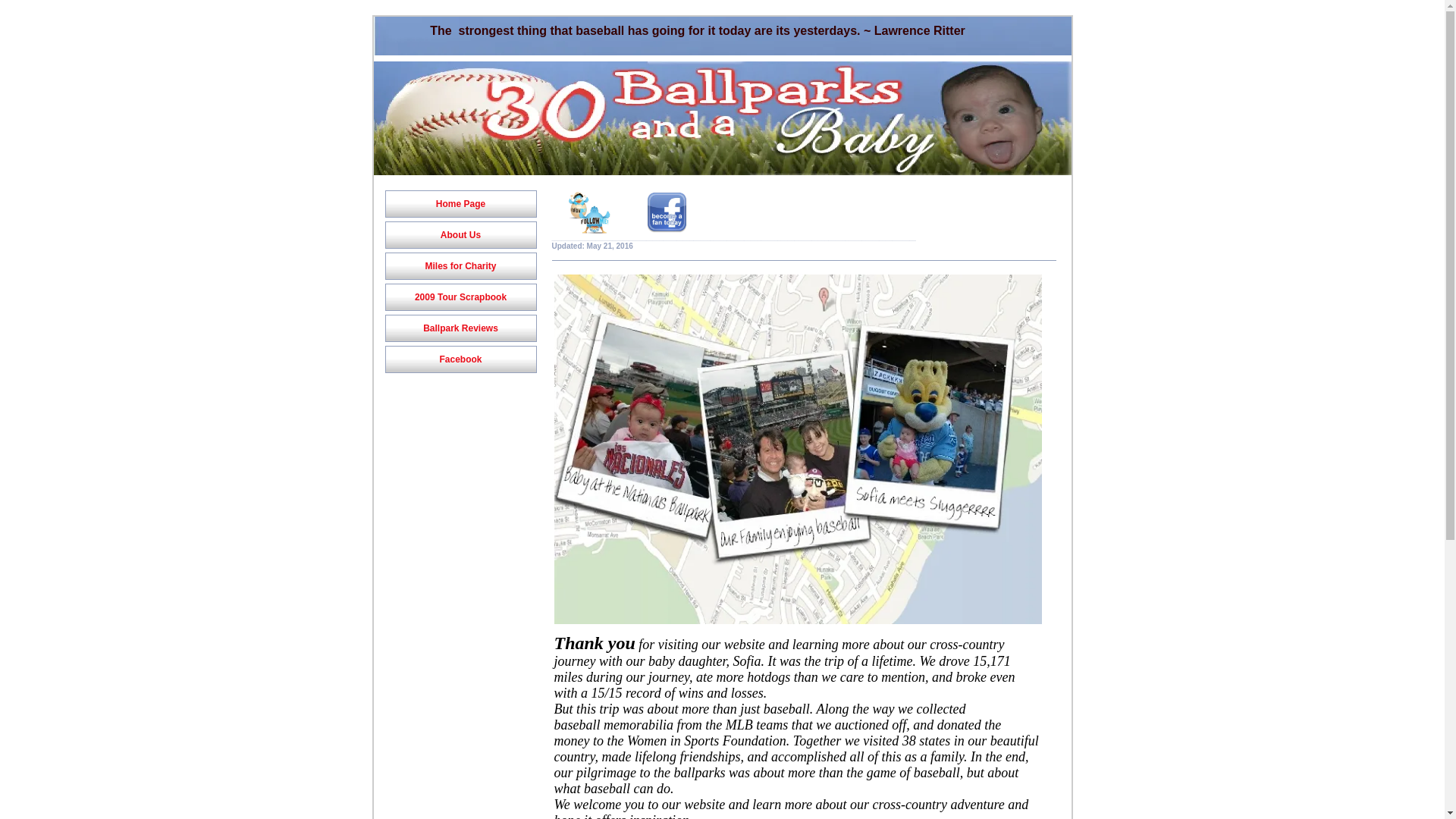  What do you see at coordinates (741, 724) in the screenshot?
I see `'MLB'` at bounding box center [741, 724].